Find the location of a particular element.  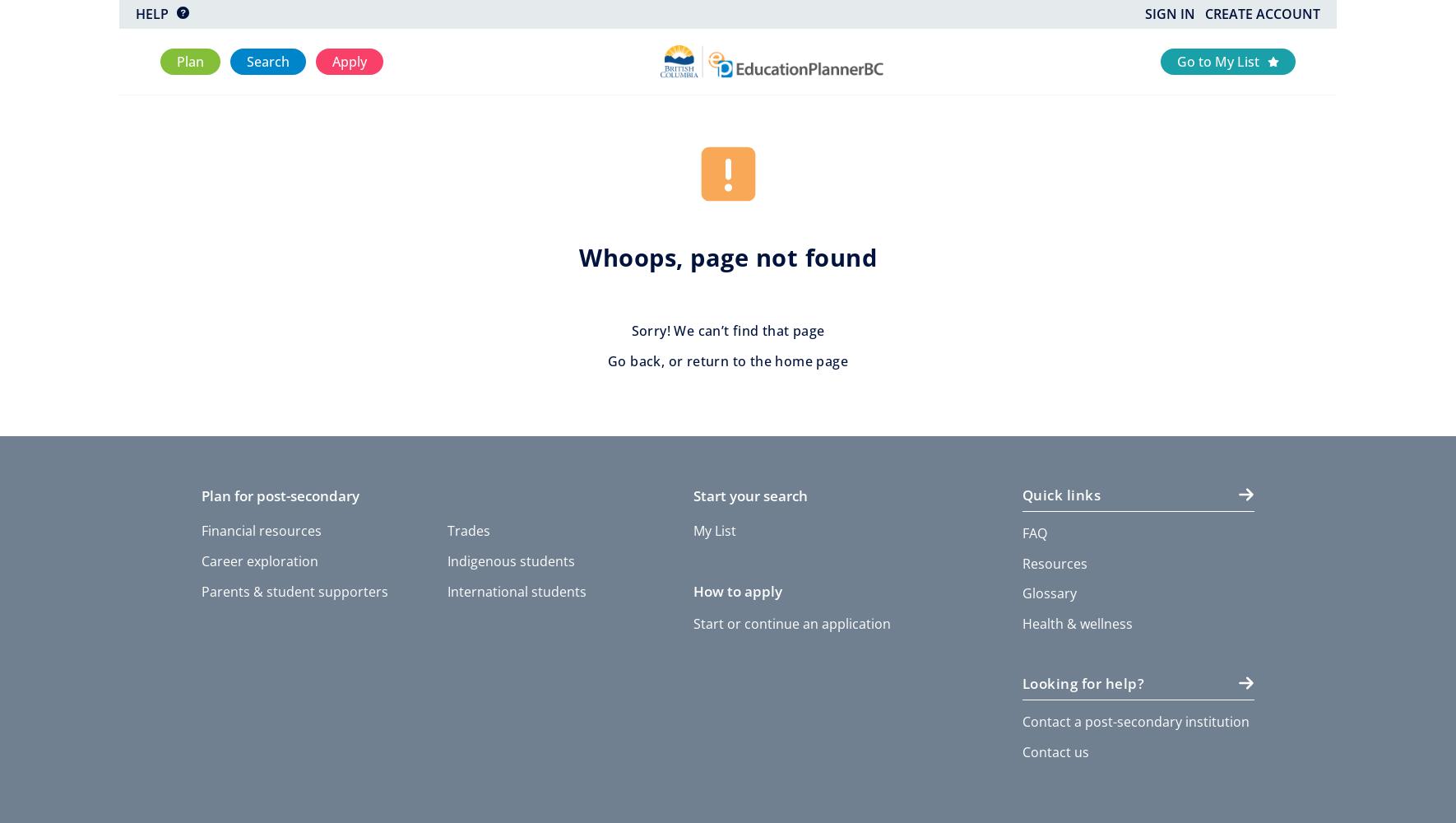

'My List' is located at coordinates (715, 531).